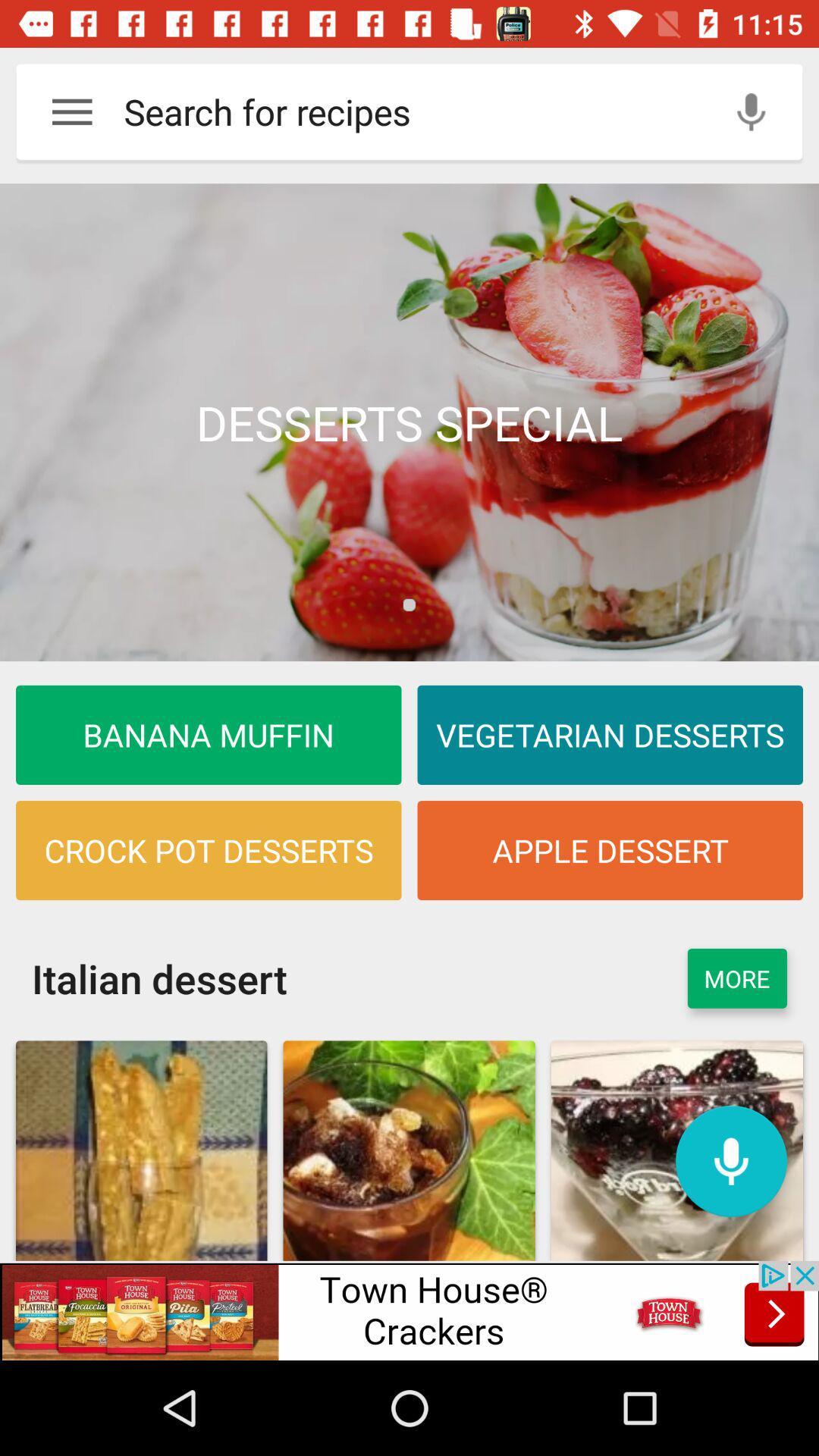 The image size is (819, 1456). Describe the element at coordinates (409, 422) in the screenshot. I see `desserts` at that location.